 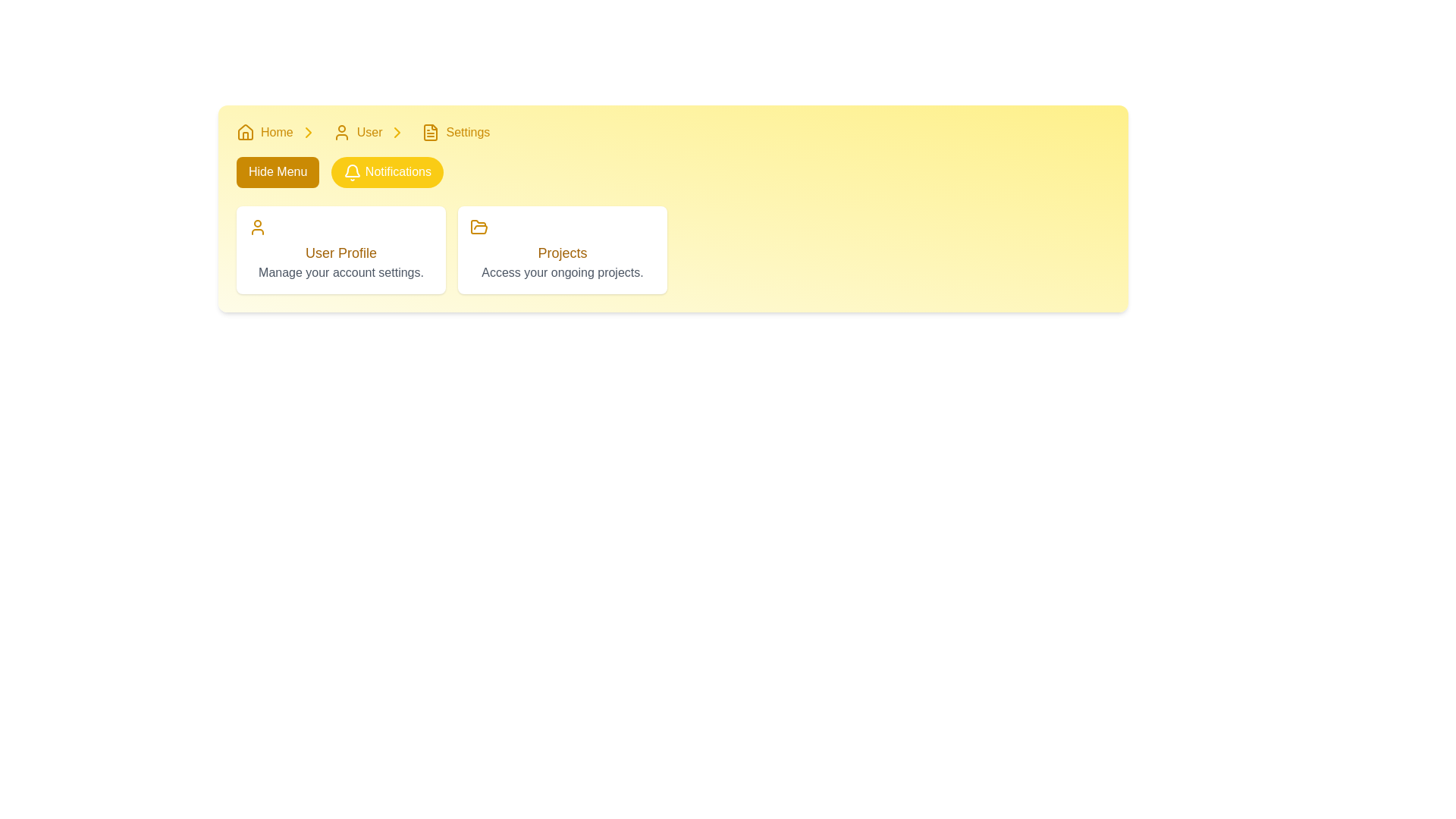 I want to click on the Navigation link with a user outline icon and yellow text, so click(x=356, y=131).